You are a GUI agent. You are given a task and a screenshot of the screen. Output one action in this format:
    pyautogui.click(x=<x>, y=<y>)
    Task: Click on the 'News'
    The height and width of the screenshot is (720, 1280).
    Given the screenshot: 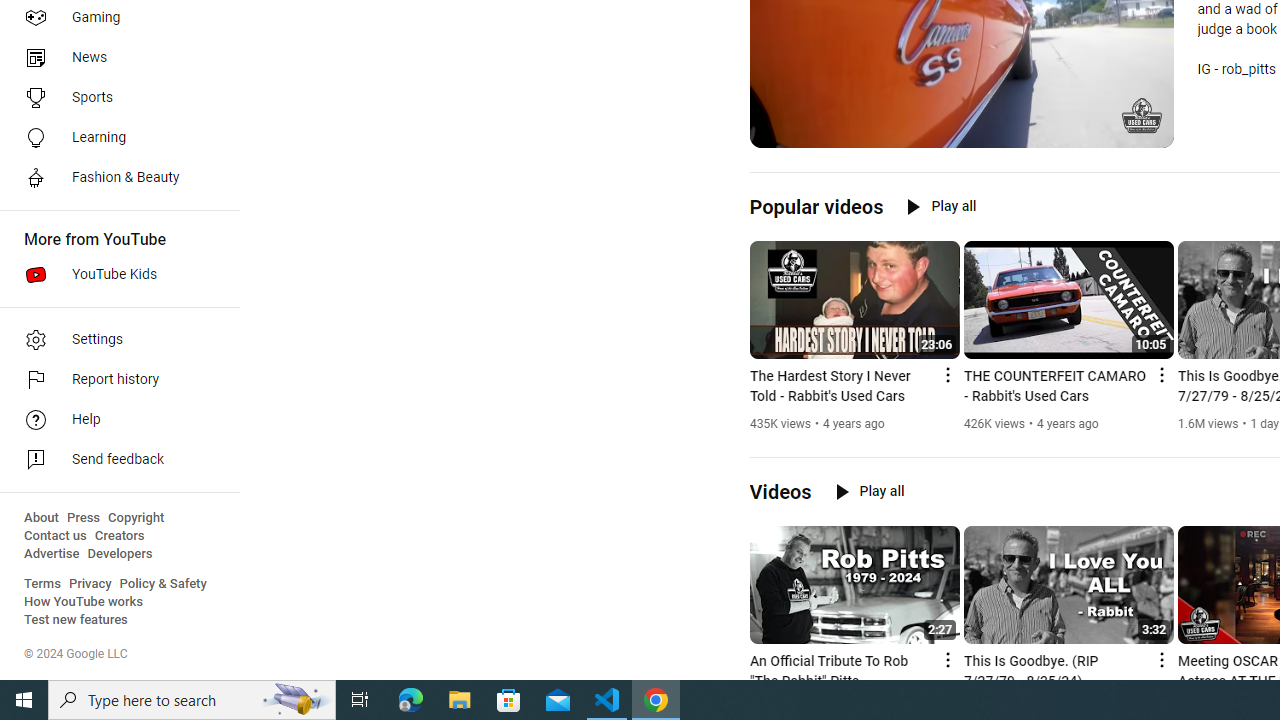 What is the action you would take?
    pyautogui.click(x=112, y=56)
    